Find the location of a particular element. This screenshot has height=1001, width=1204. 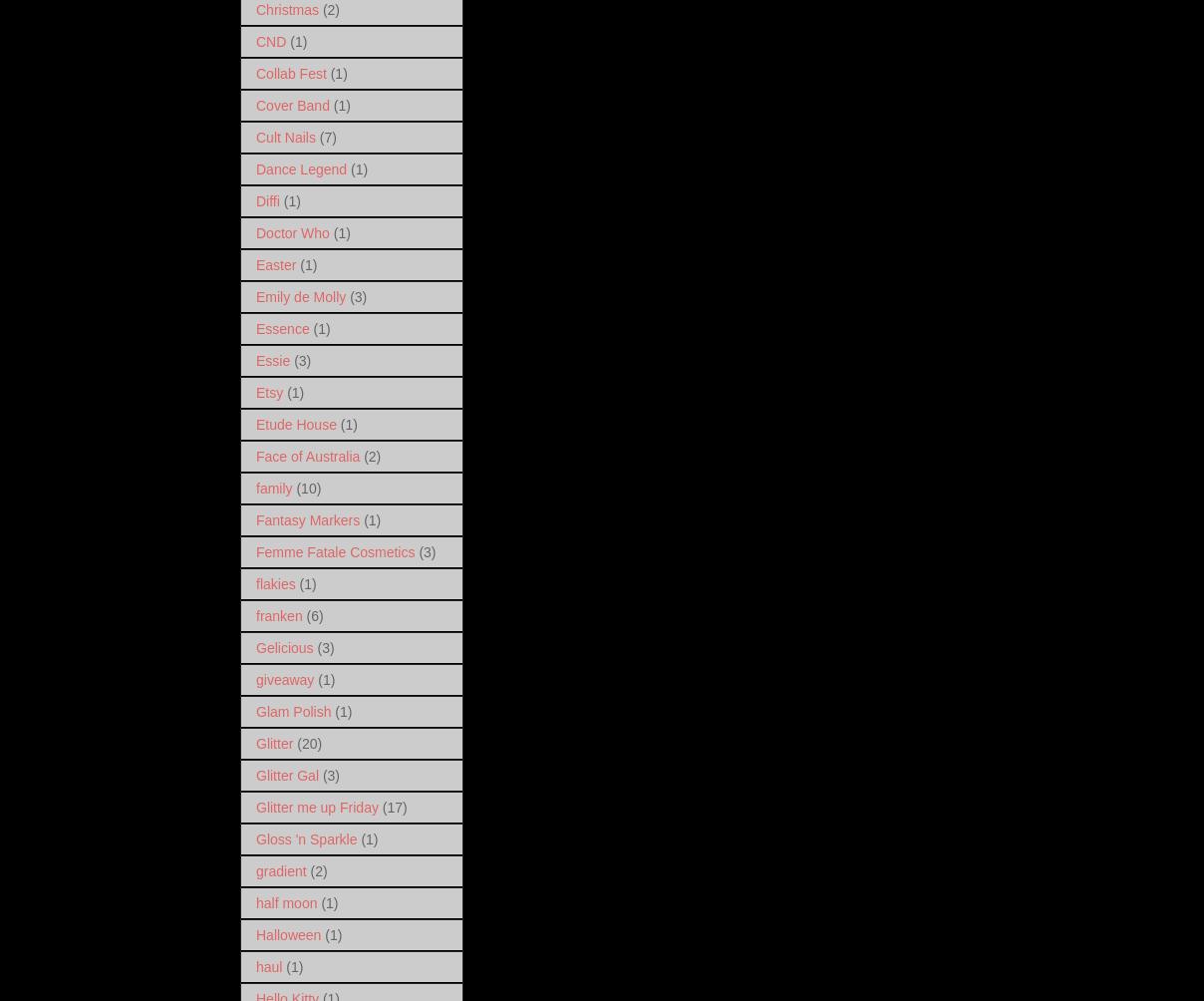

'Essence' is located at coordinates (282, 328).